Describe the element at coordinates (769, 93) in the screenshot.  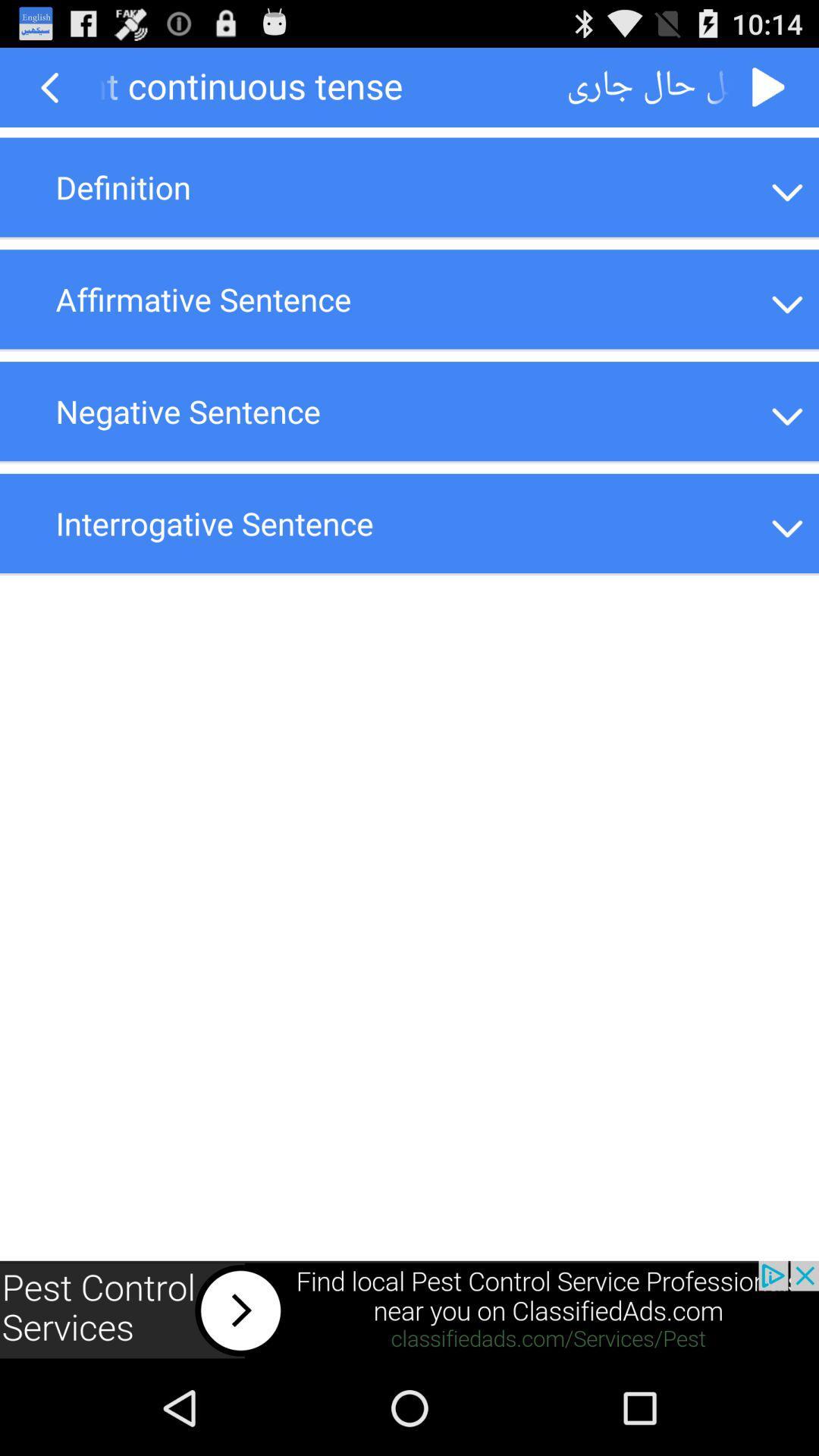
I see `the play icon` at that location.